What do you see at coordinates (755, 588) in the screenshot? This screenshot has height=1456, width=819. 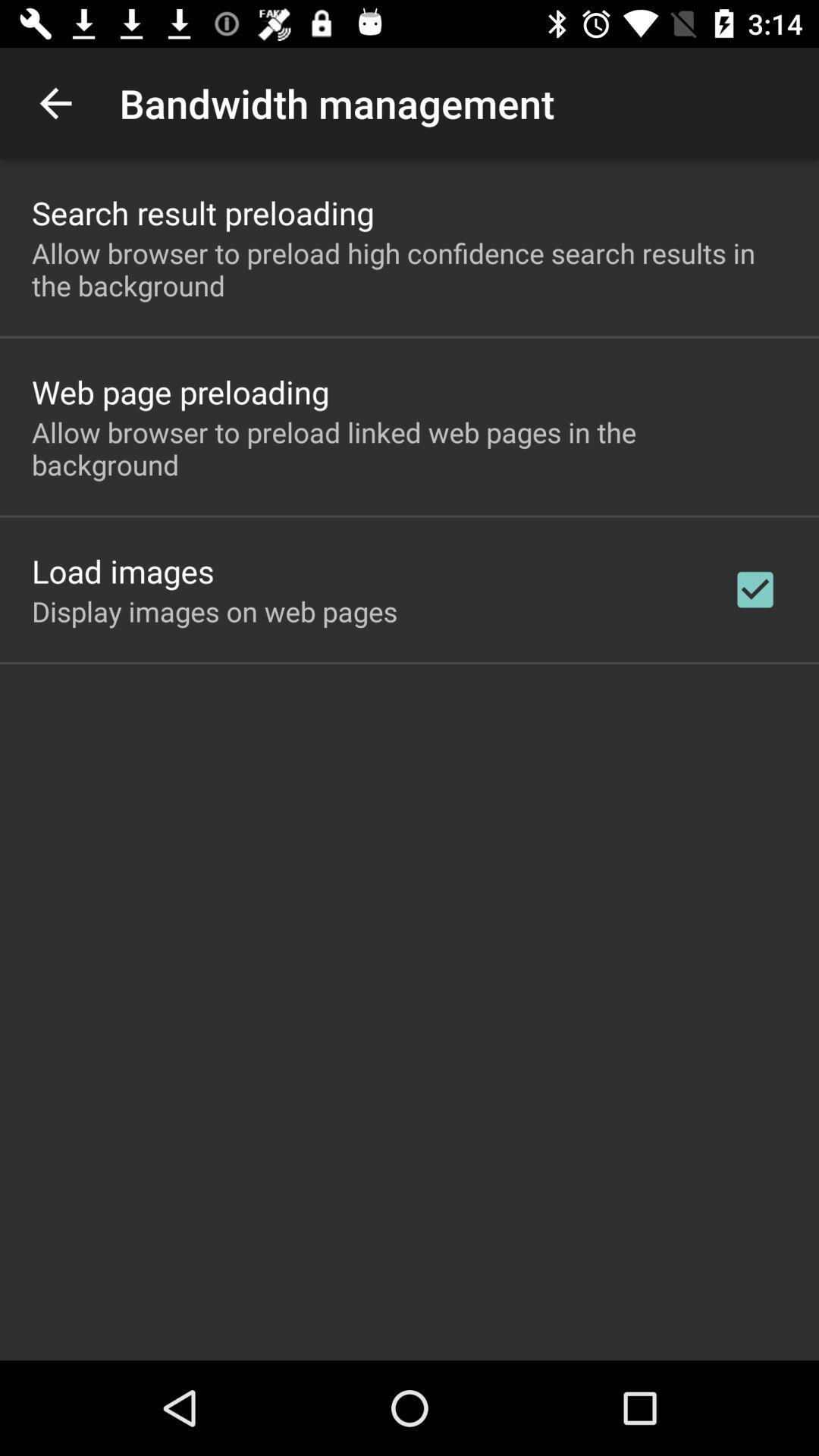 I see `item to the right of display images on item` at bounding box center [755, 588].